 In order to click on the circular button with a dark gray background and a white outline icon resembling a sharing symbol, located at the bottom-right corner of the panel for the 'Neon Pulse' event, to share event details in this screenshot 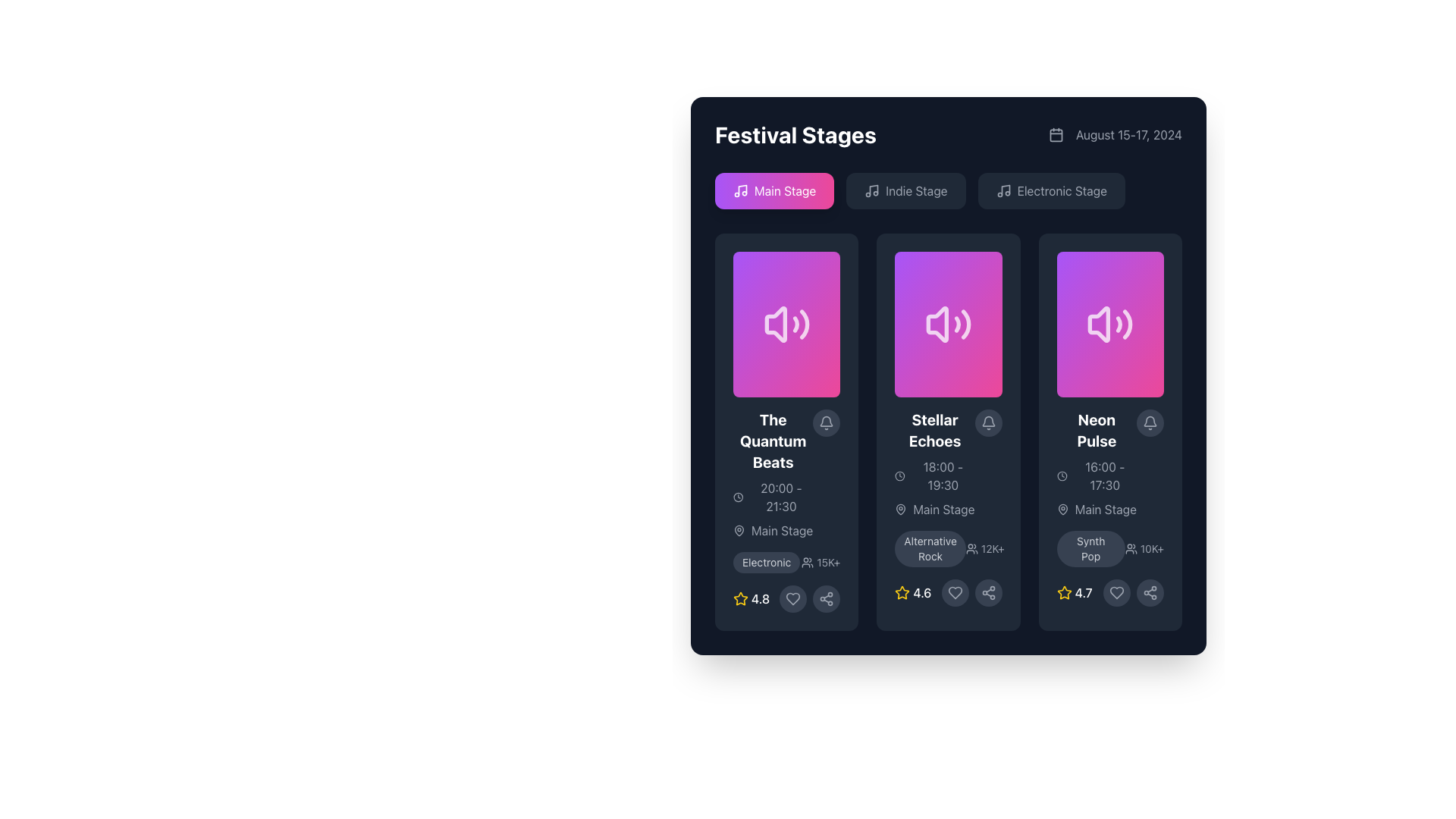, I will do `click(1150, 592)`.